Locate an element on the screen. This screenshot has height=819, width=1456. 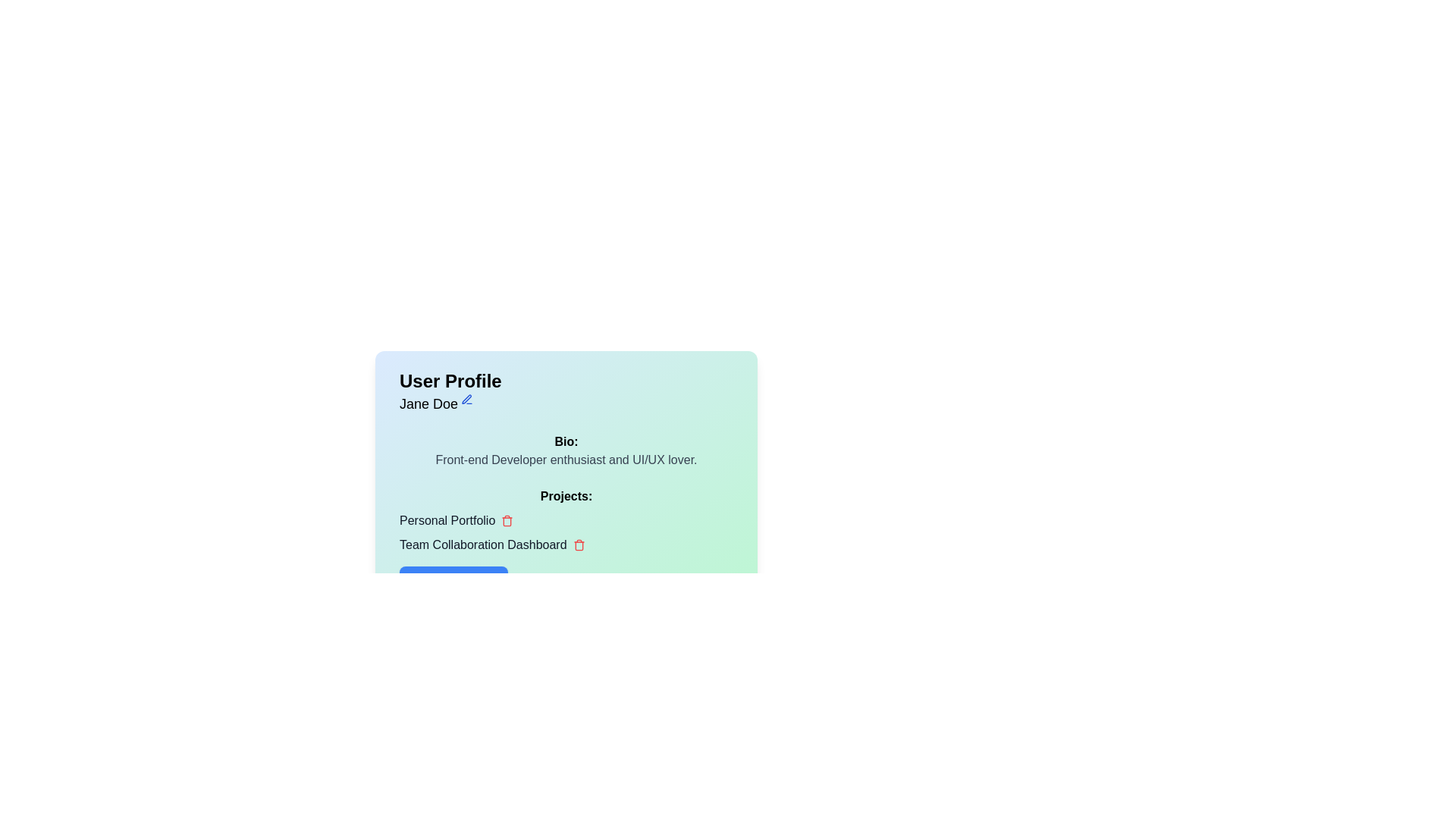
the project names in the list located in the lower section of the user profile card, which contains interactive delete icons for each entry is located at coordinates (566, 541).